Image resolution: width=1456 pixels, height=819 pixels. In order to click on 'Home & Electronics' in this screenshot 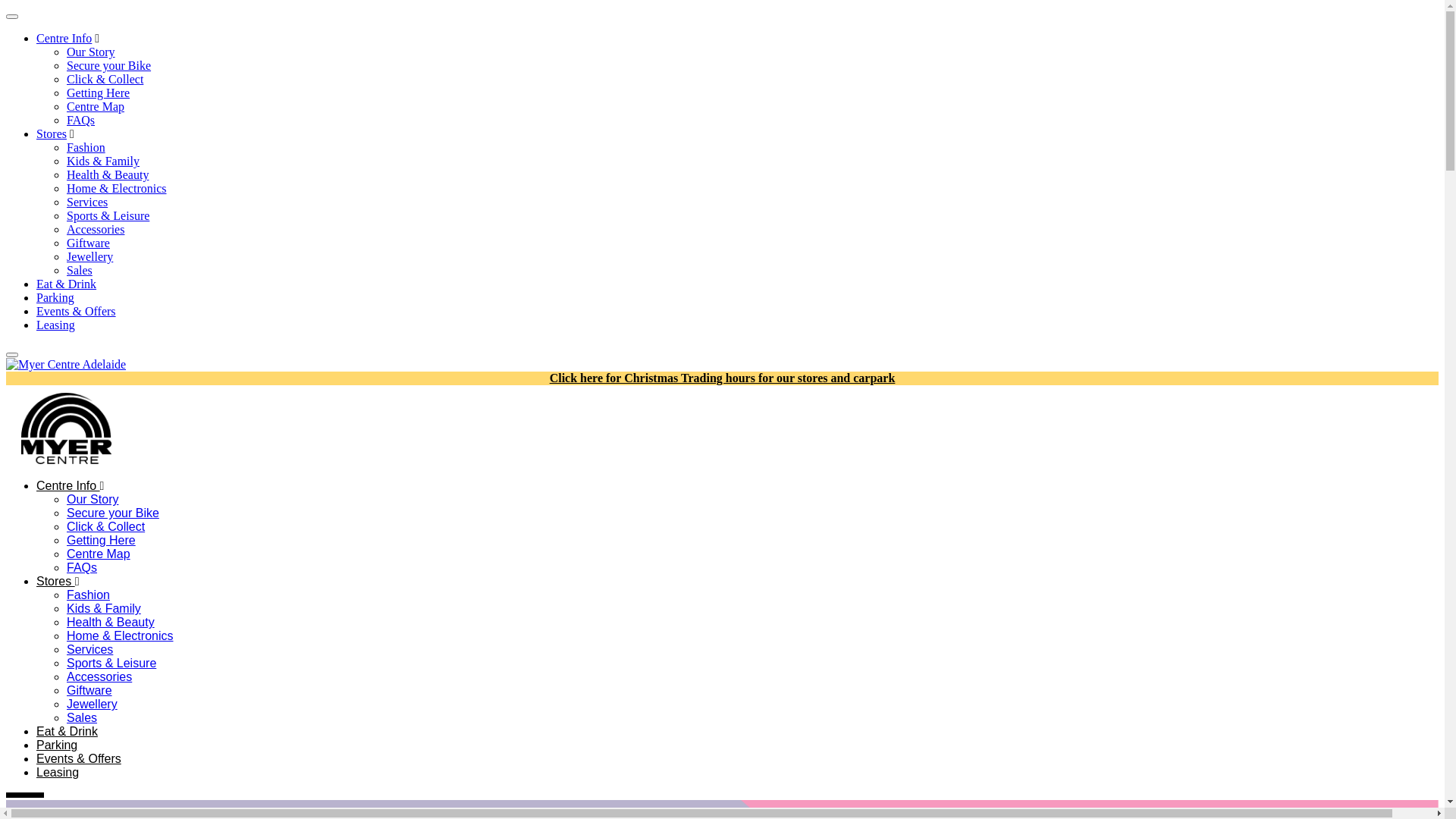, I will do `click(119, 635)`.